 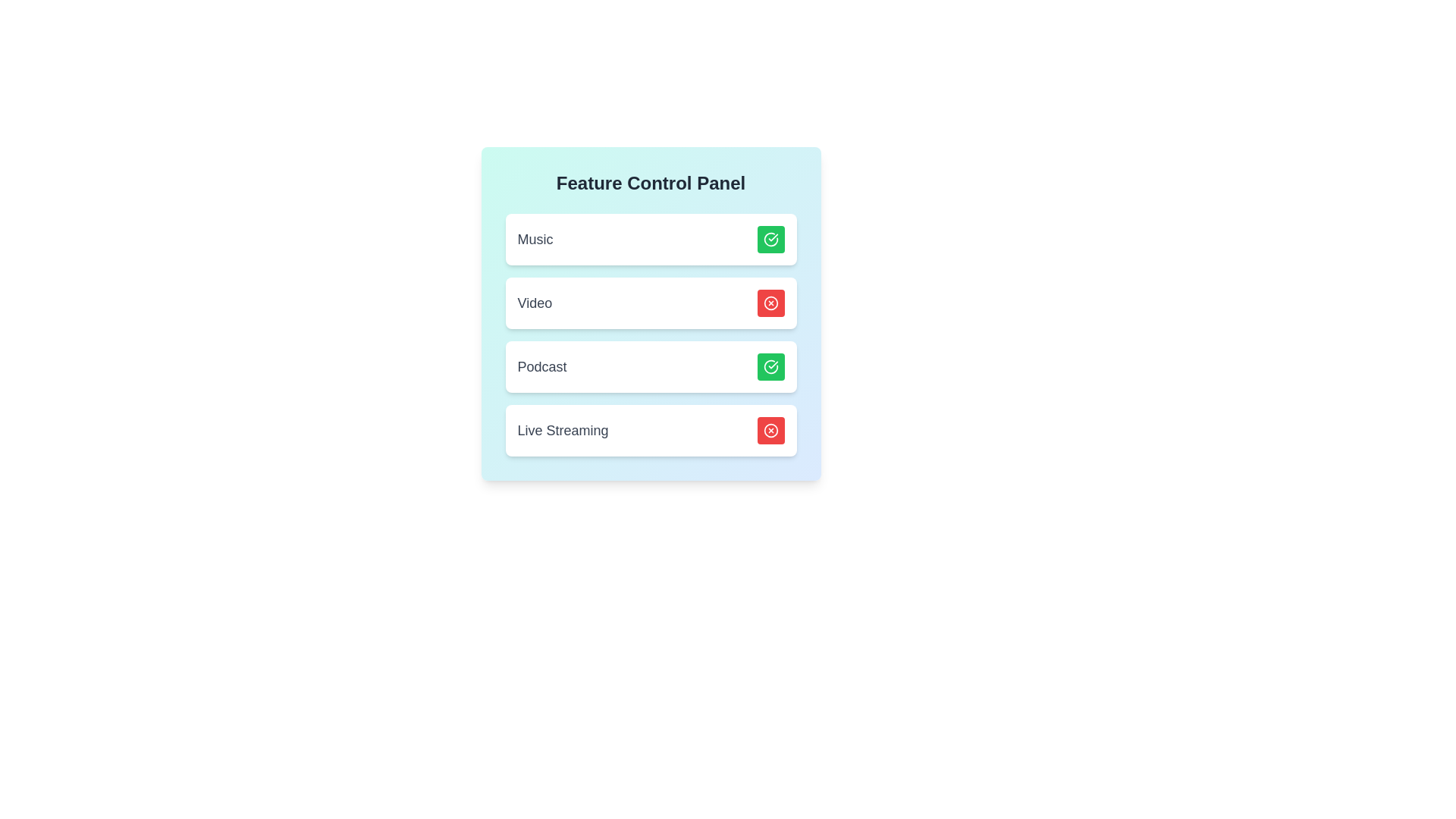 What do you see at coordinates (651, 366) in the screenshot?
I see `the card background of the feature Podcast` at bounding box center [651, 366].